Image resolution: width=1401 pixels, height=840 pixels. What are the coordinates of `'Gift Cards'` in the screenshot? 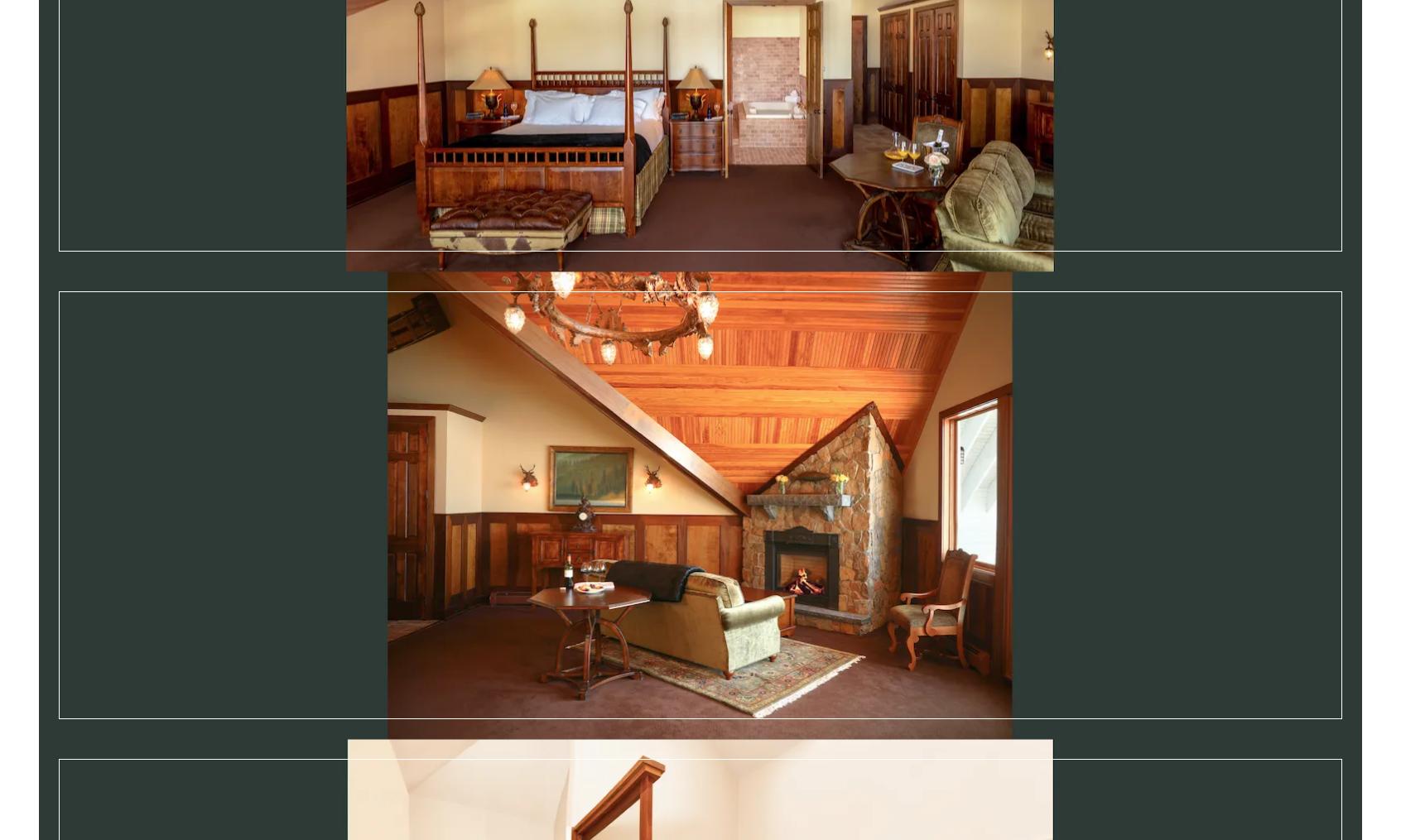 It's located at (457, 783).